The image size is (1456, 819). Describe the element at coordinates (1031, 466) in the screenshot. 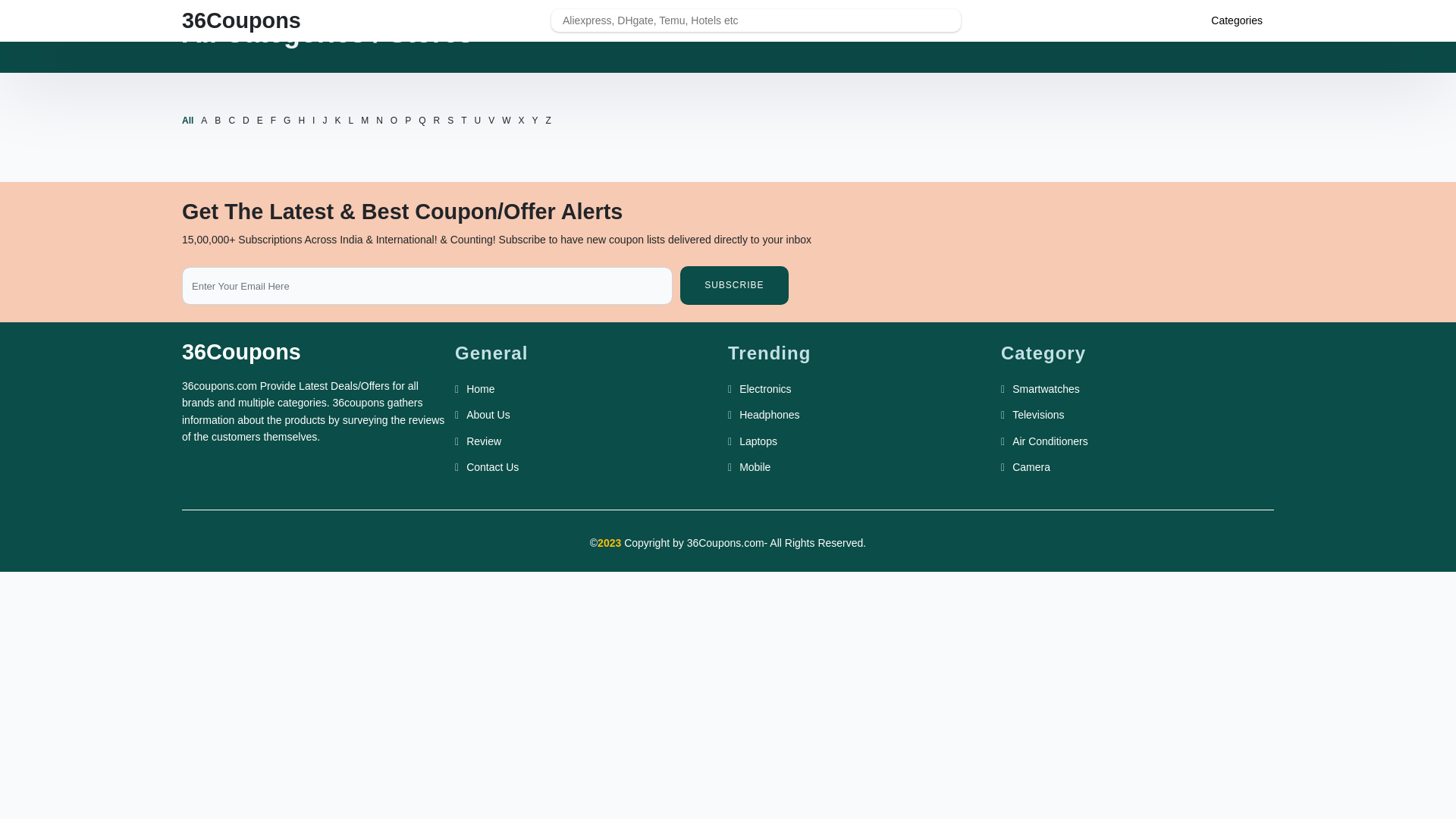

I see `'Camera'` at that location.